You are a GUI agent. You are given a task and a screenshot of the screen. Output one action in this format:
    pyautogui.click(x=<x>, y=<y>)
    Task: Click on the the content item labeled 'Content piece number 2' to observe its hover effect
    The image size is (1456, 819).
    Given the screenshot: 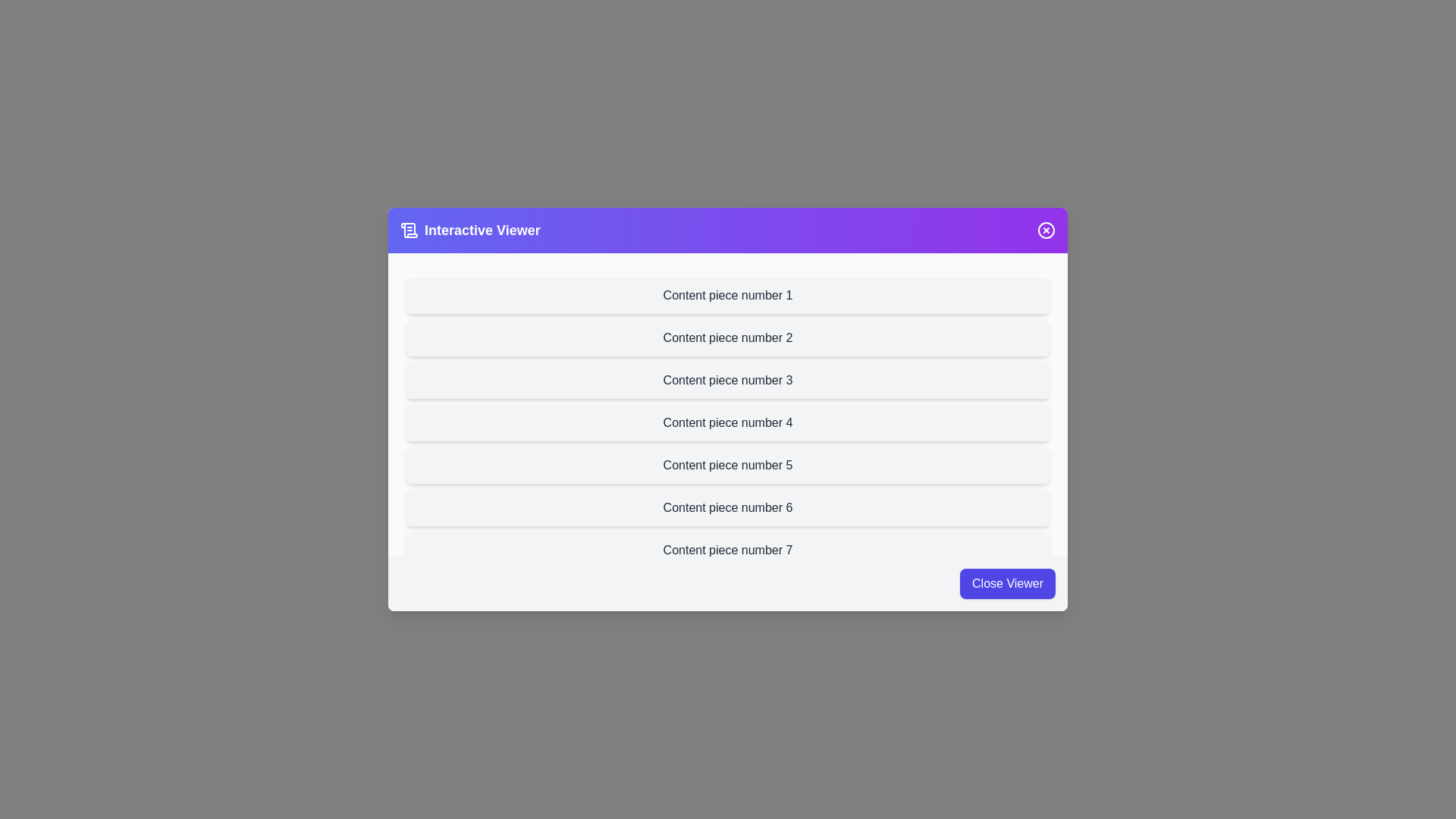 What is the action you would take?
    pyautogui.click(x=728, y=337)
    